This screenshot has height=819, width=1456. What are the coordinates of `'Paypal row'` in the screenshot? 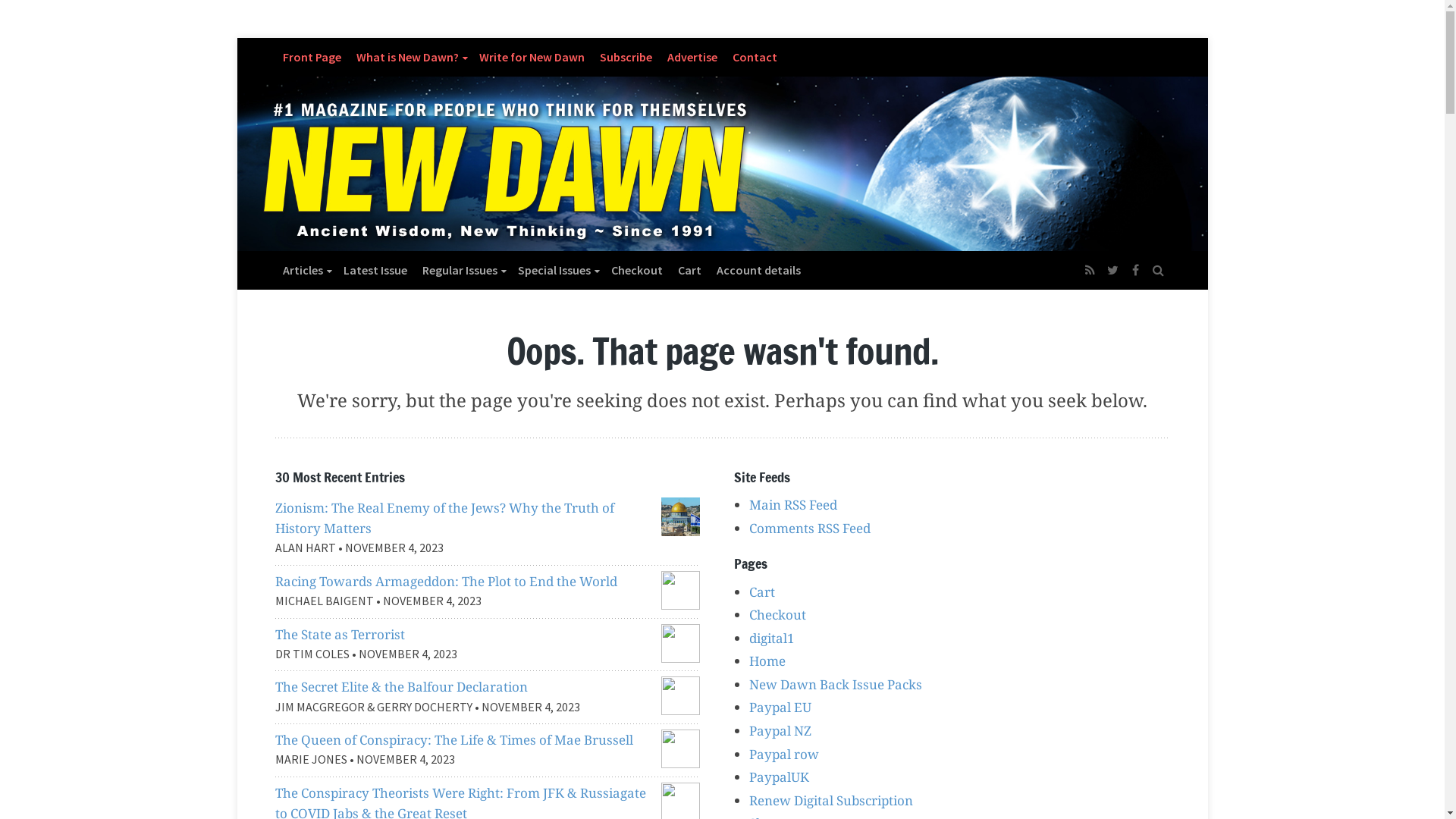 It's located at (783, 754).